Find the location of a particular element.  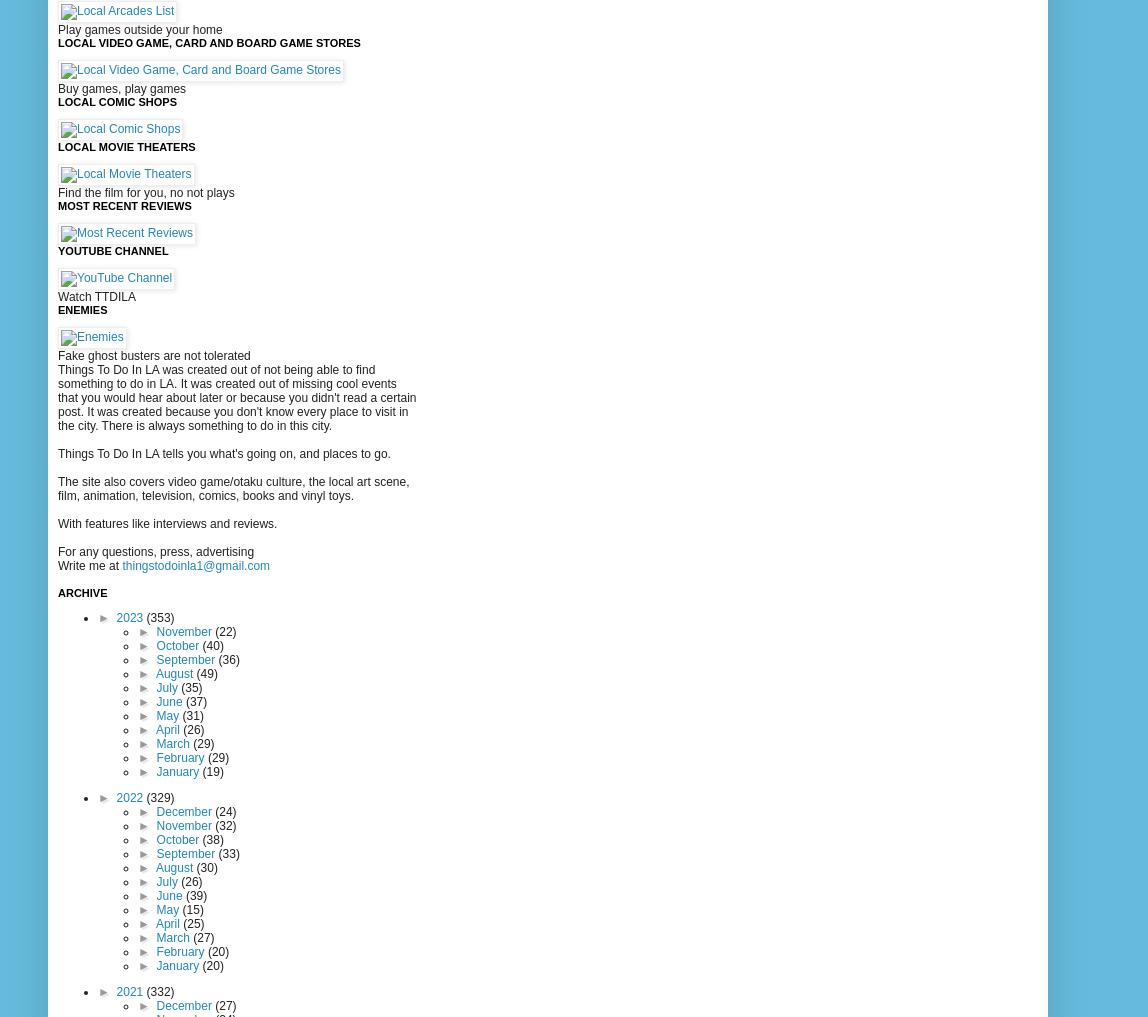

'2022' is located at coordinates (130, 796).